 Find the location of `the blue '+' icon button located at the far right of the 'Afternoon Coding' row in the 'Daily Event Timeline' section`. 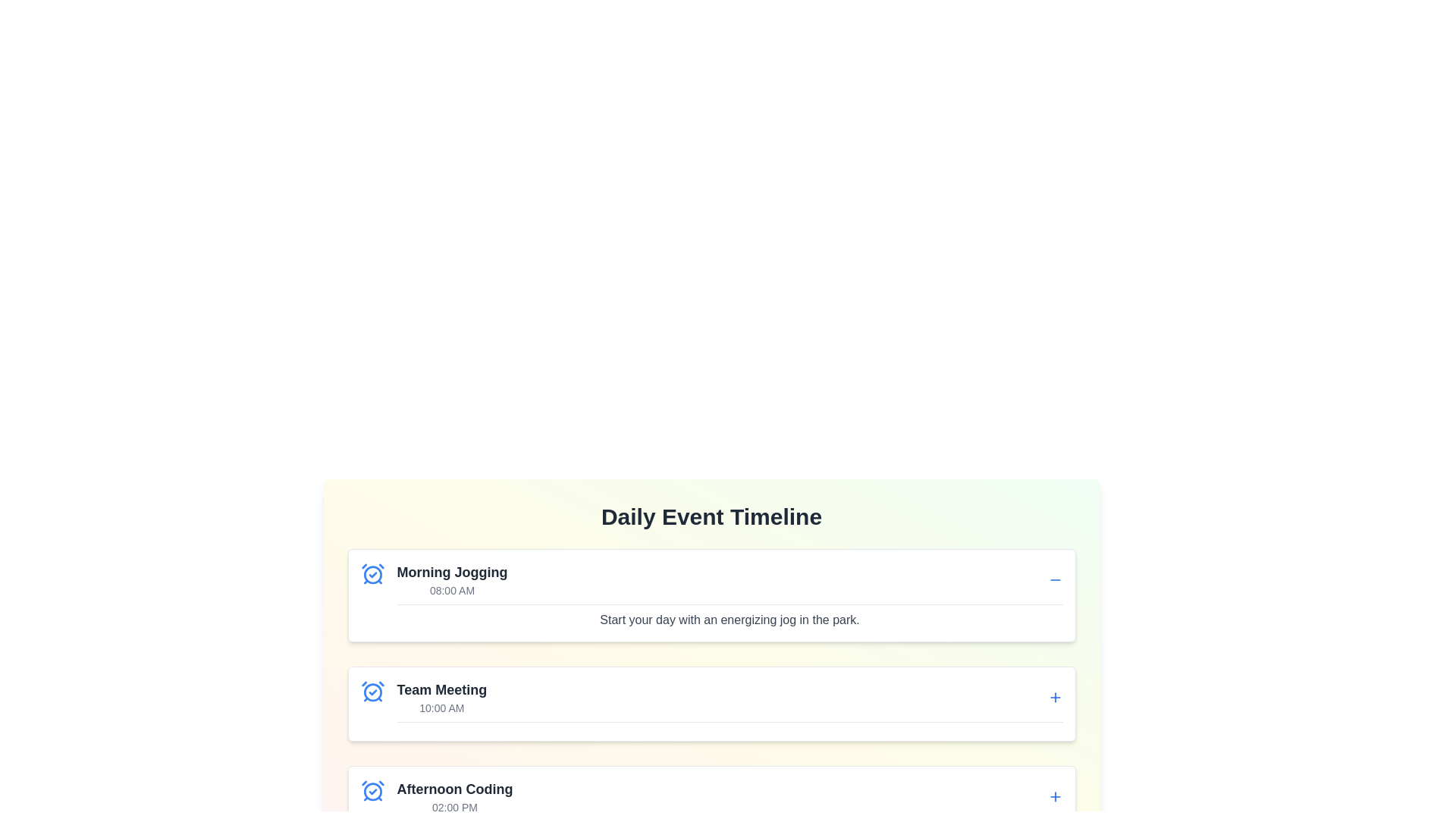

the blue '+' icon button located at the far right of the 'Afternoon Coding' row in the 'Daily Event Timeline' section is located at coordinates (1054, 795).